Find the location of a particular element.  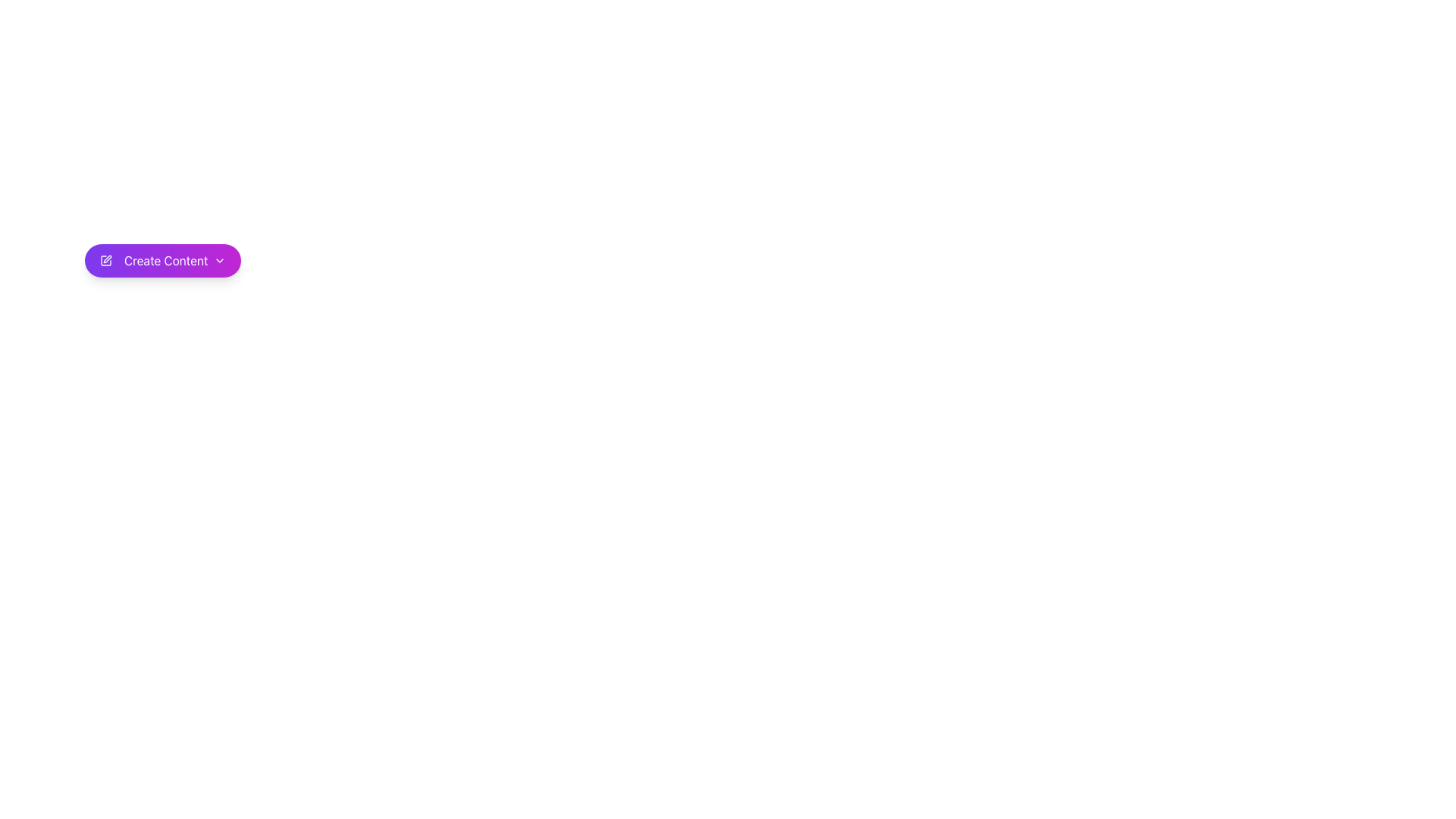

the small, downward-facing chevron icon located to the far right within the rounded purple button labeled 'Create Content' is located at coordinates (219, 259).